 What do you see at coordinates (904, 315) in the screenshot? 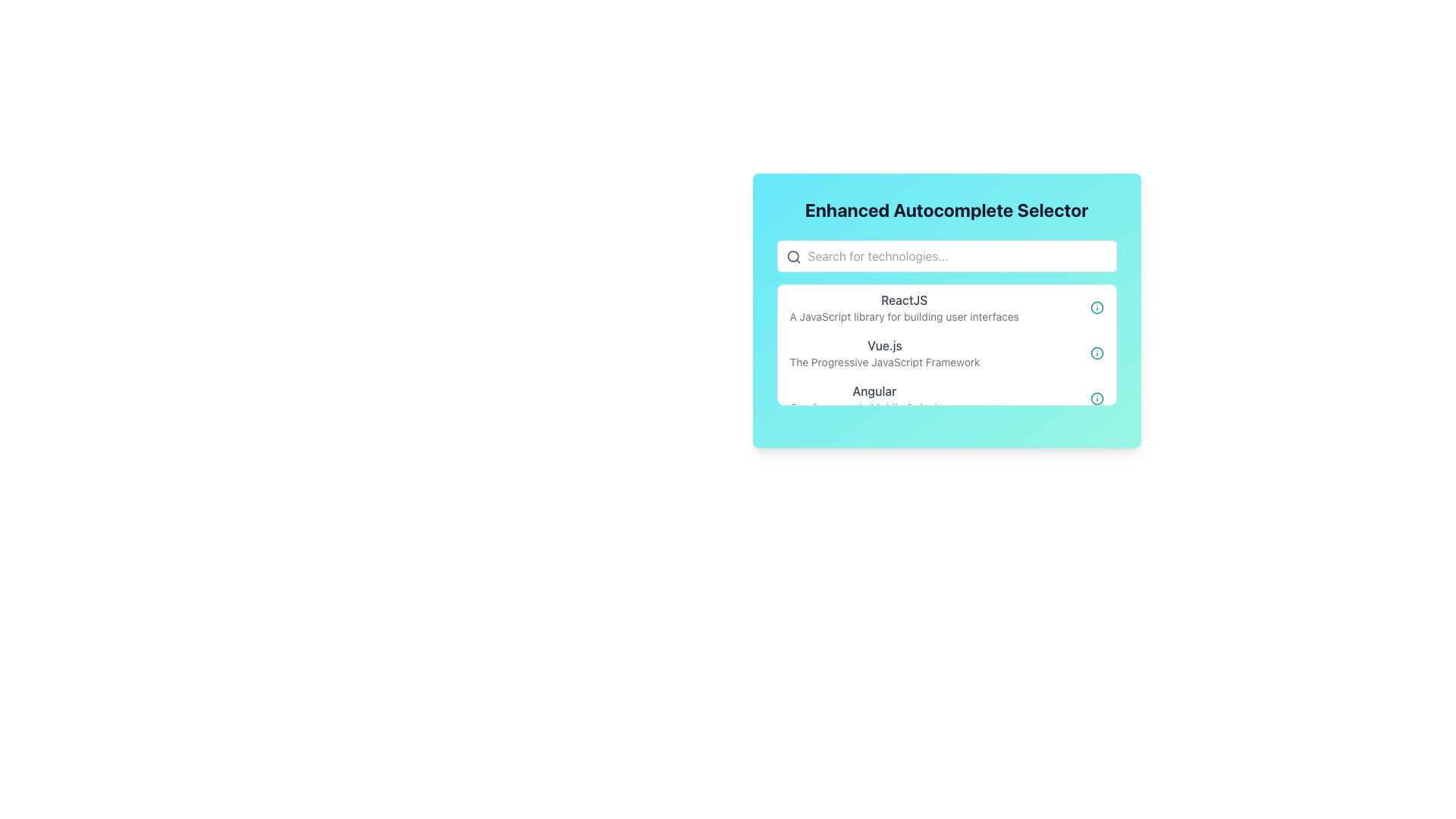
I see `text label that contains 'A JavaScript library for building user interfaces', located beneath the 'ReactJS' text in a card-like interface` at bounding box center [904, 315].